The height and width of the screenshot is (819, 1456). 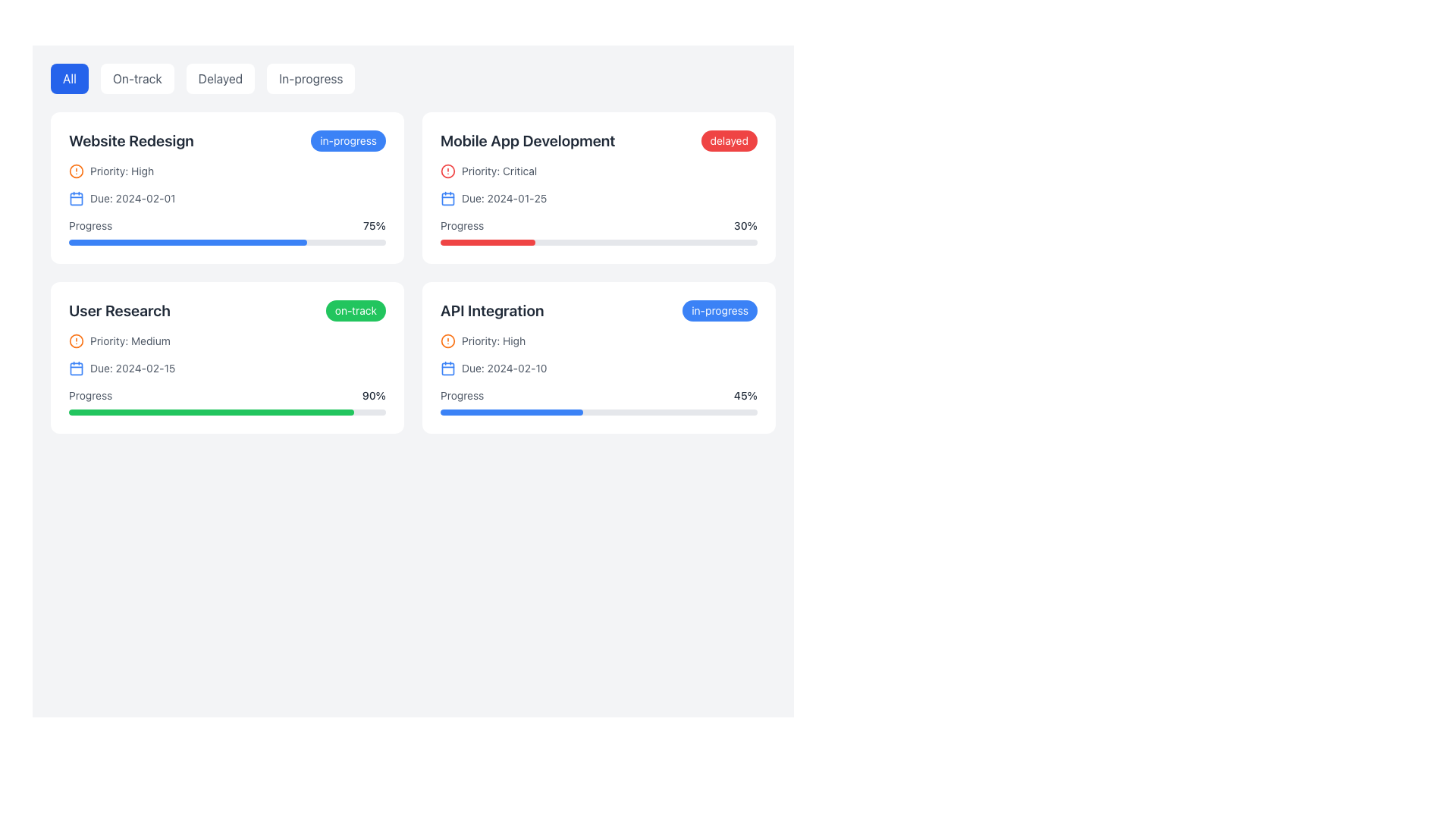 I want to click on the progress value displayed beside the progress bar located at the bottom of the 'API Integration' card, so click(x=598, y=400).